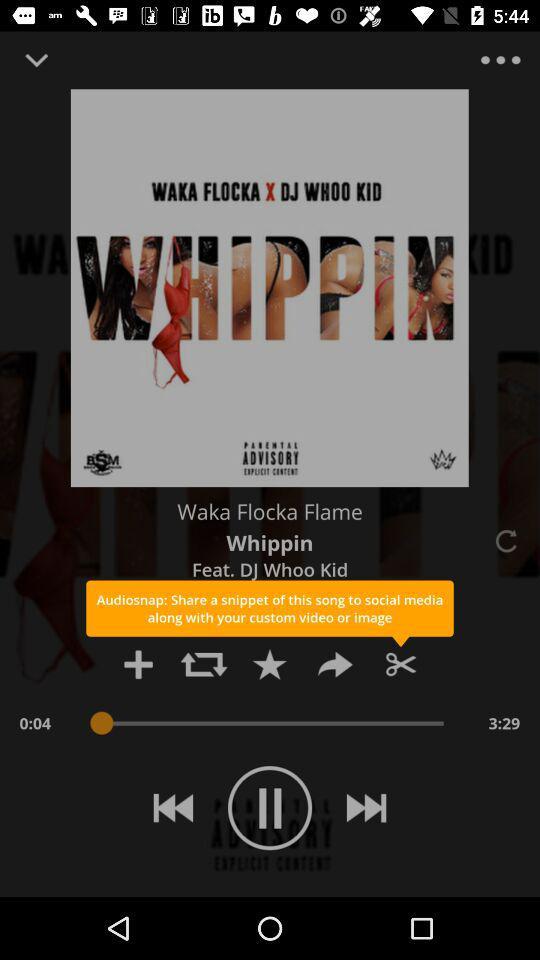  I want to click on the image above the text waka flocka flame, so click(270, 287).